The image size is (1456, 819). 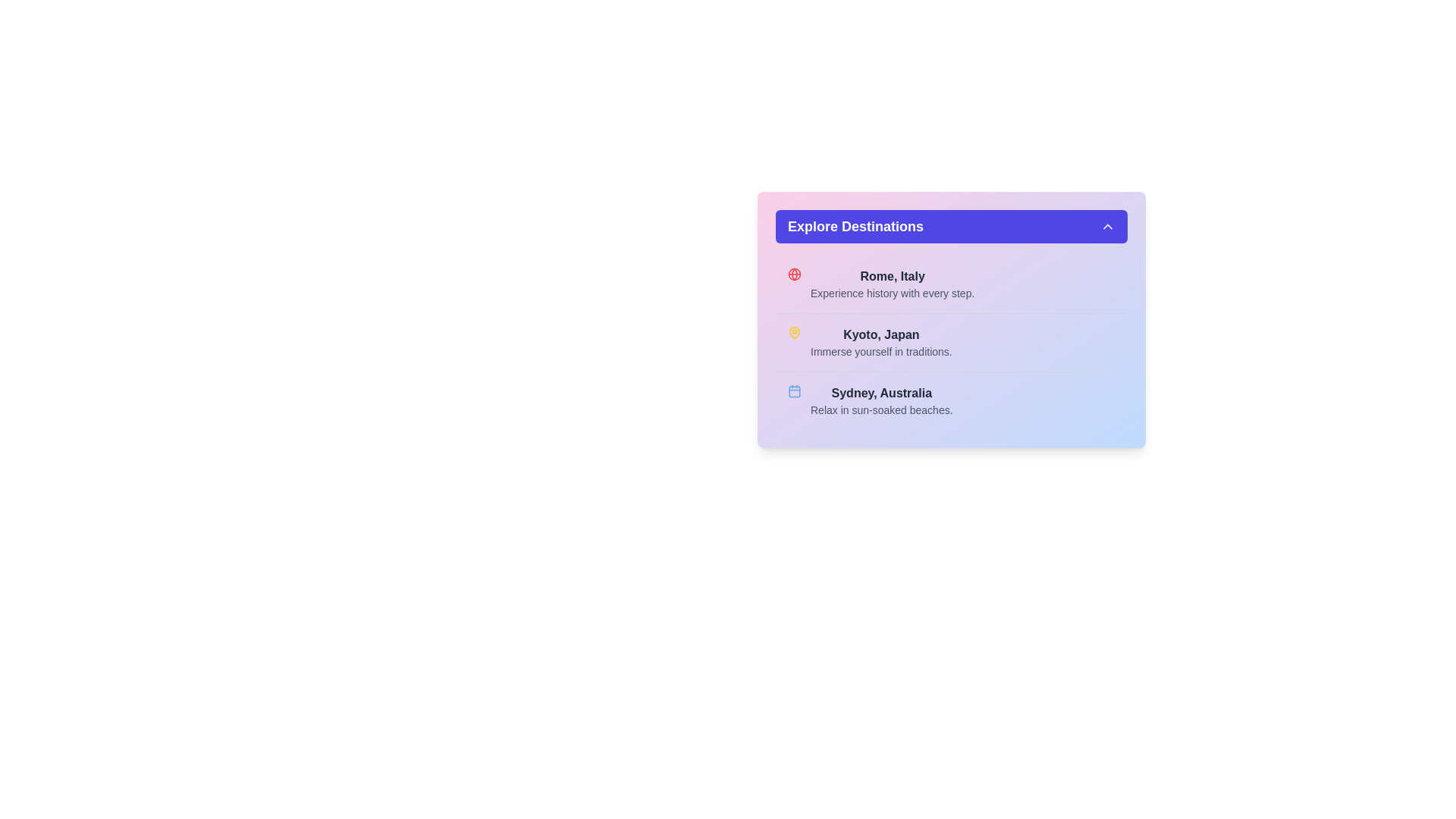 What do you see at coordinates (881, 409) in the screenshot?
I see `the static text description providing information about 'Sydney, Australia', located in the third section of the 'Explore Destinations' panel` at bounding box center [881, 409].